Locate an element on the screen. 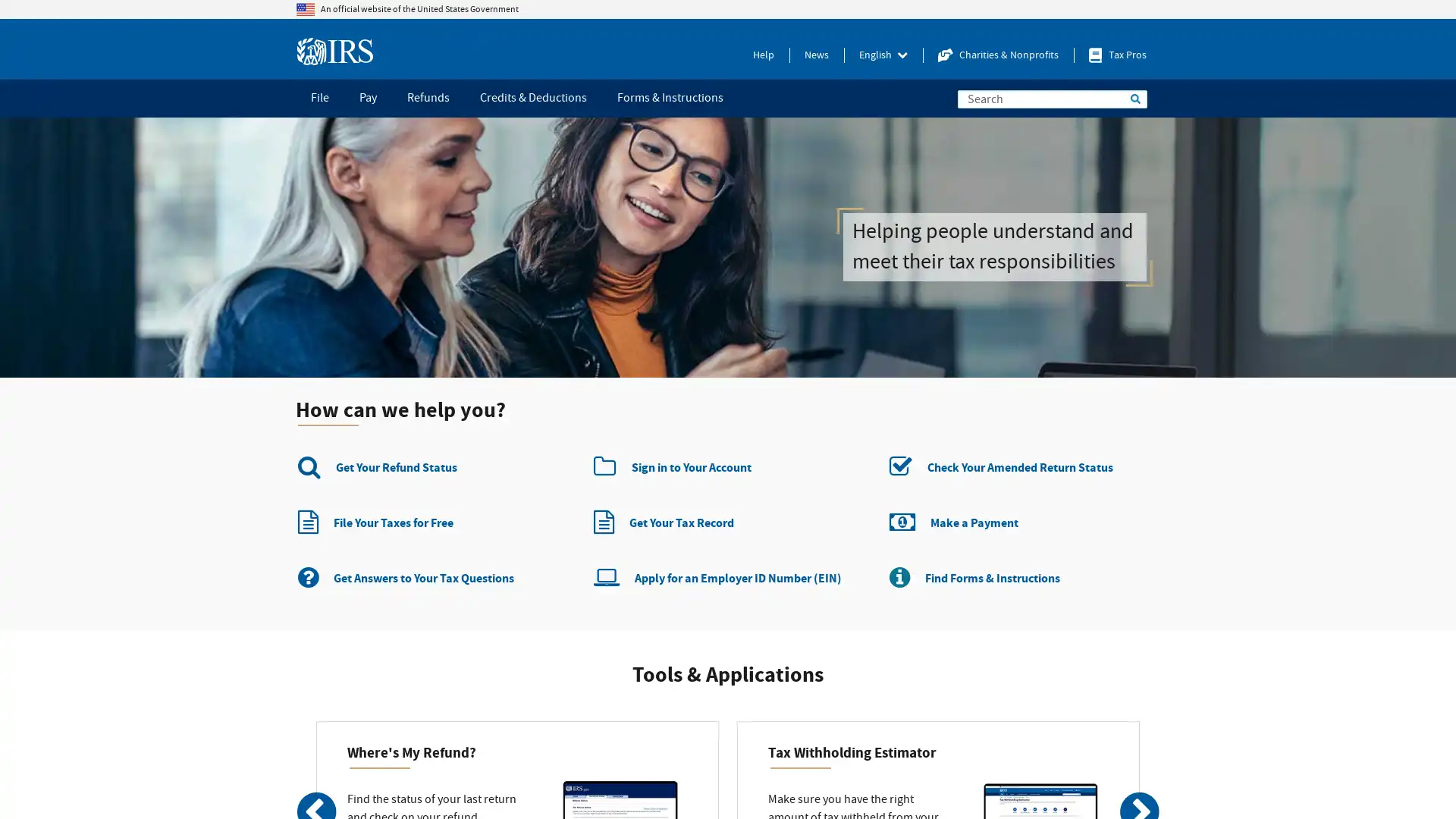 Image resolution: width=1456 pixels, height=819 pixels. Press enter to activate the menu, then navigate with the tab key. is located at coordinates (883, 55).